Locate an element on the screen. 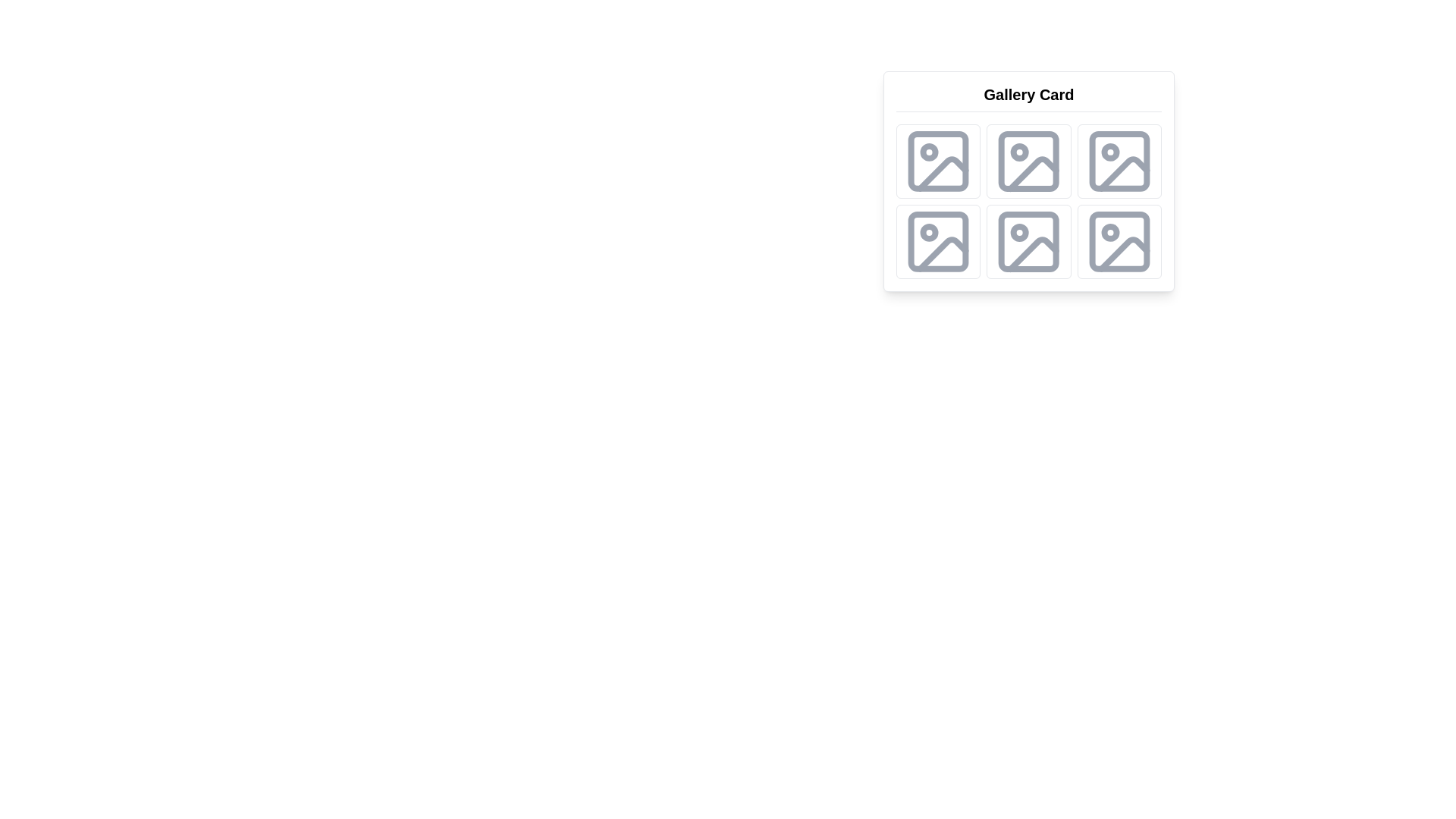 The height and width of the screenshot is (819, 1456). the small circular ornament within the image icon located in the second card of the top row in the 'Gallery Card' layout is located at coordinates (1019, 152).